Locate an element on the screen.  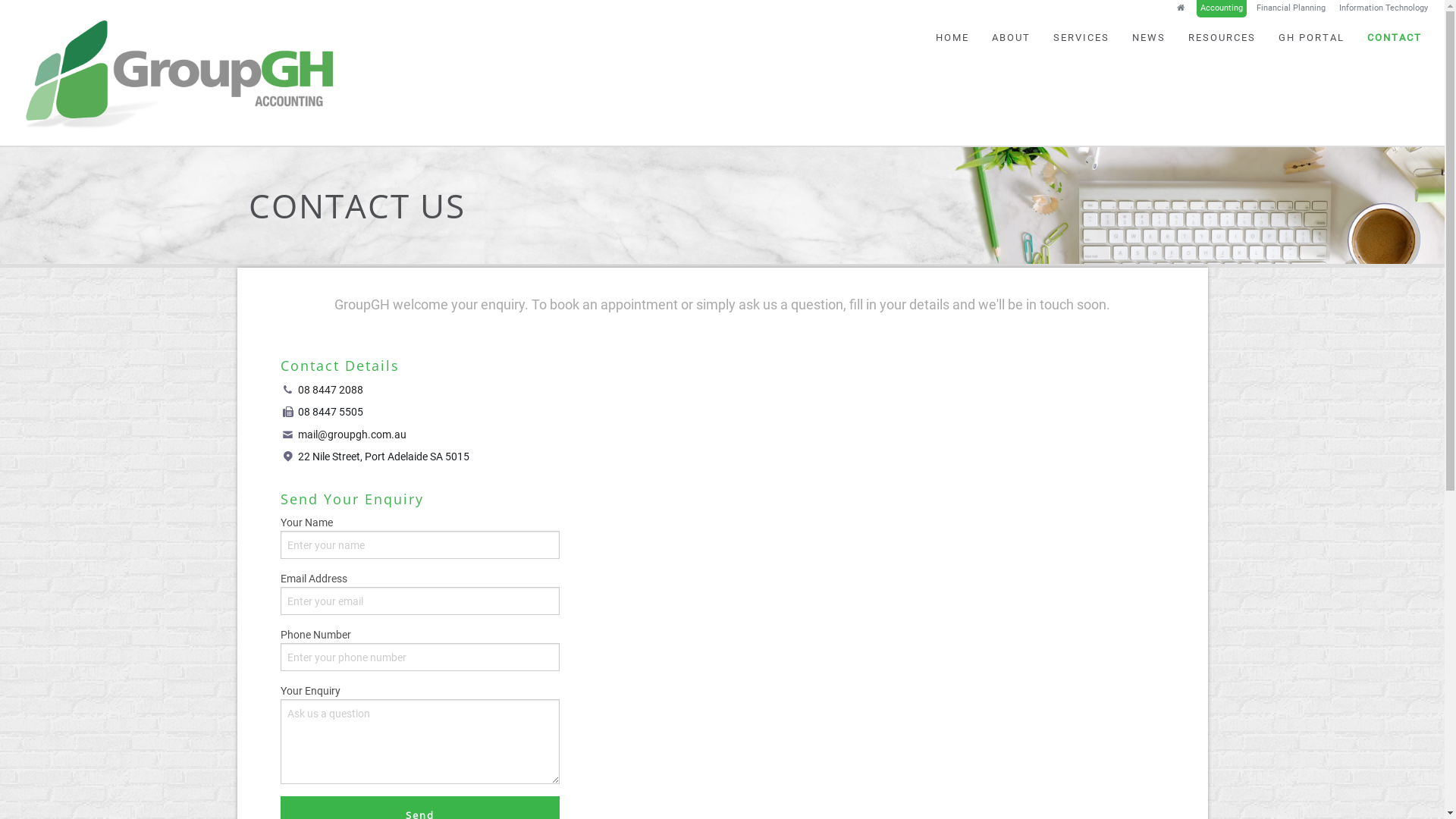
'HOME' is located at coordinates (924, 36).